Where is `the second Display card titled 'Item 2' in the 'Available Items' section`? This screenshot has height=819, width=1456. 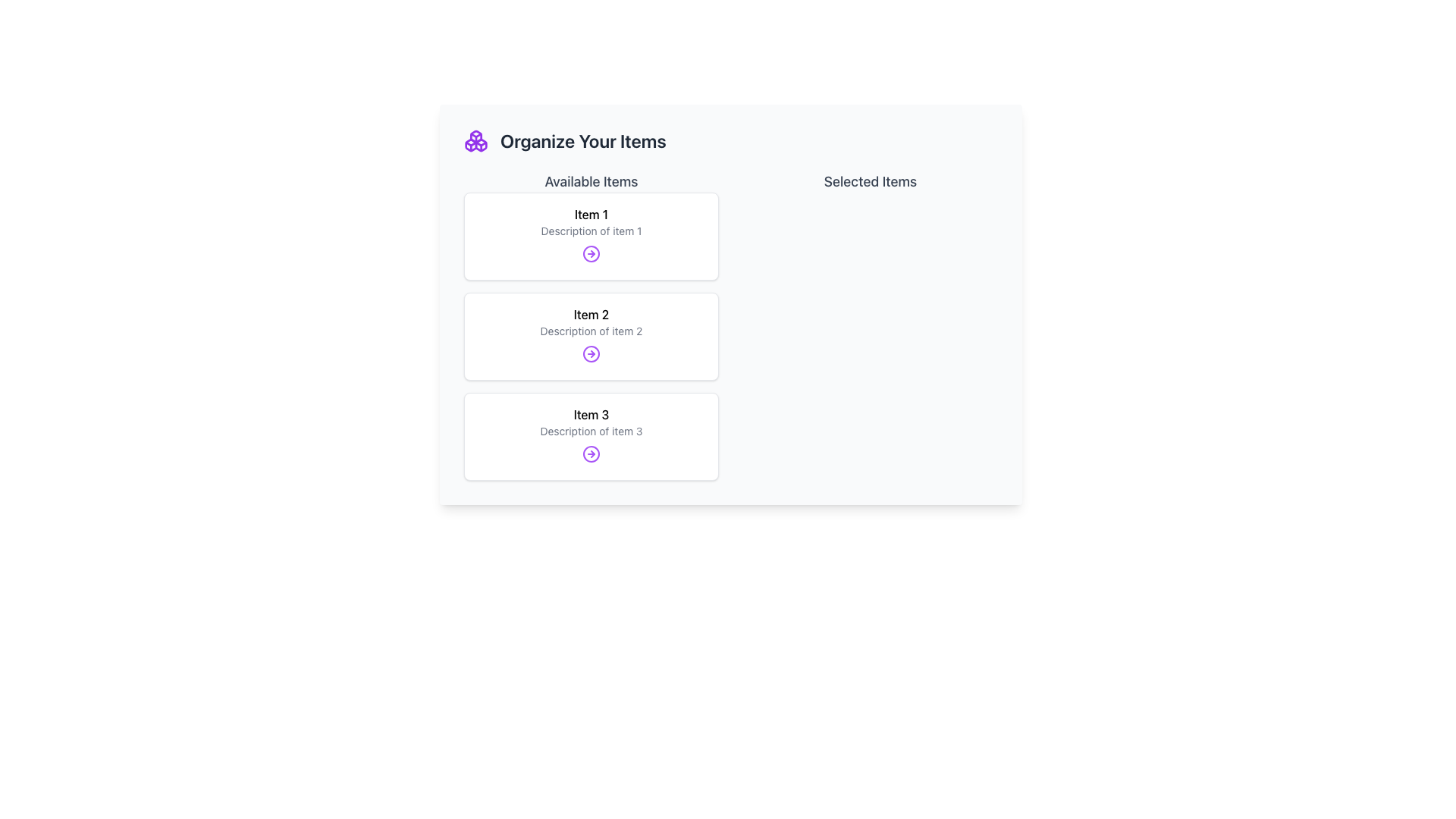 the second Display card titled 'Item 2' in the 'Available Items' section is located at coordinates (590, 325).